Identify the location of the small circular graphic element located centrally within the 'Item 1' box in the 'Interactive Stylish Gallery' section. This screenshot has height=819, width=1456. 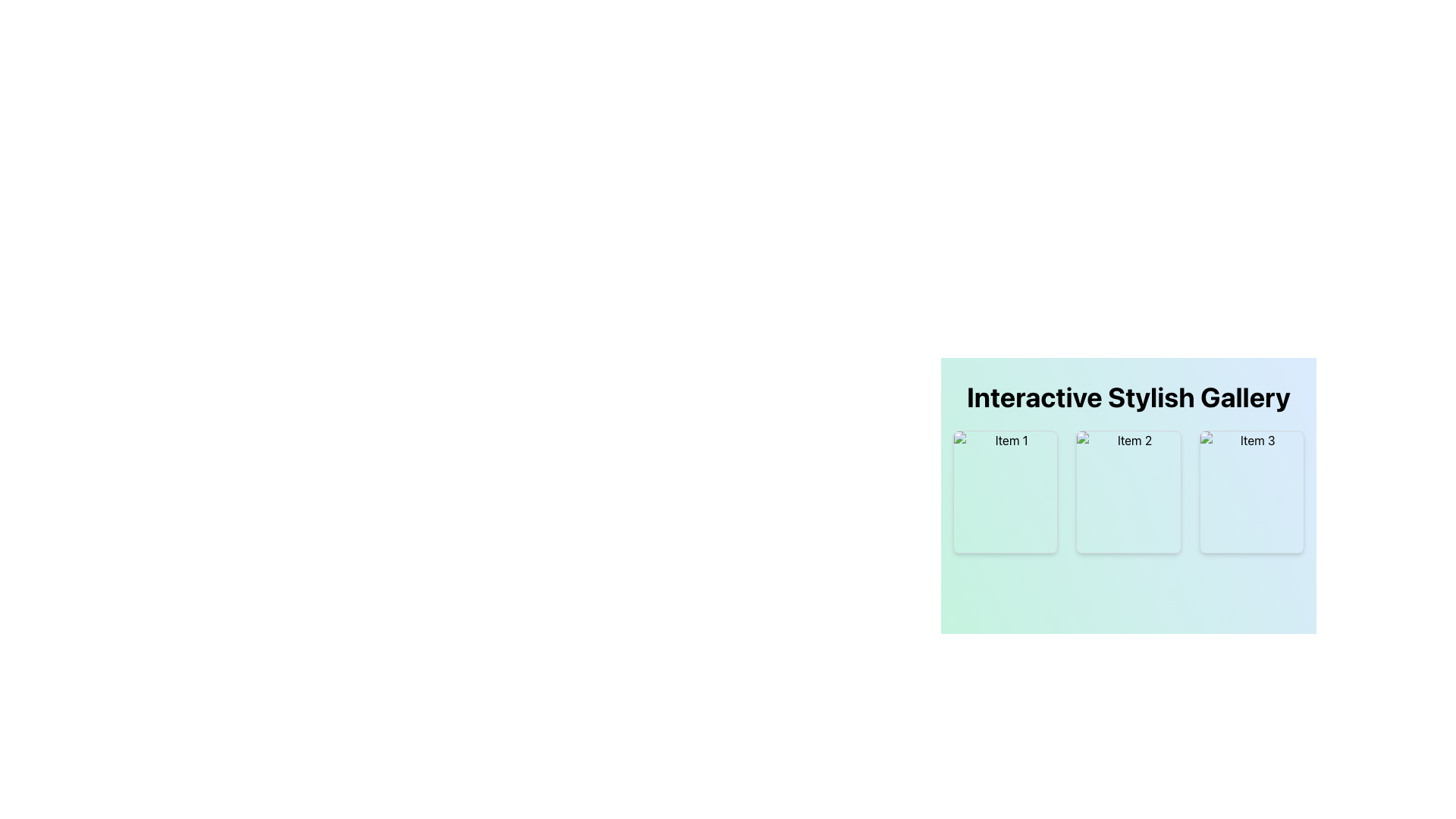
(1006, 491).